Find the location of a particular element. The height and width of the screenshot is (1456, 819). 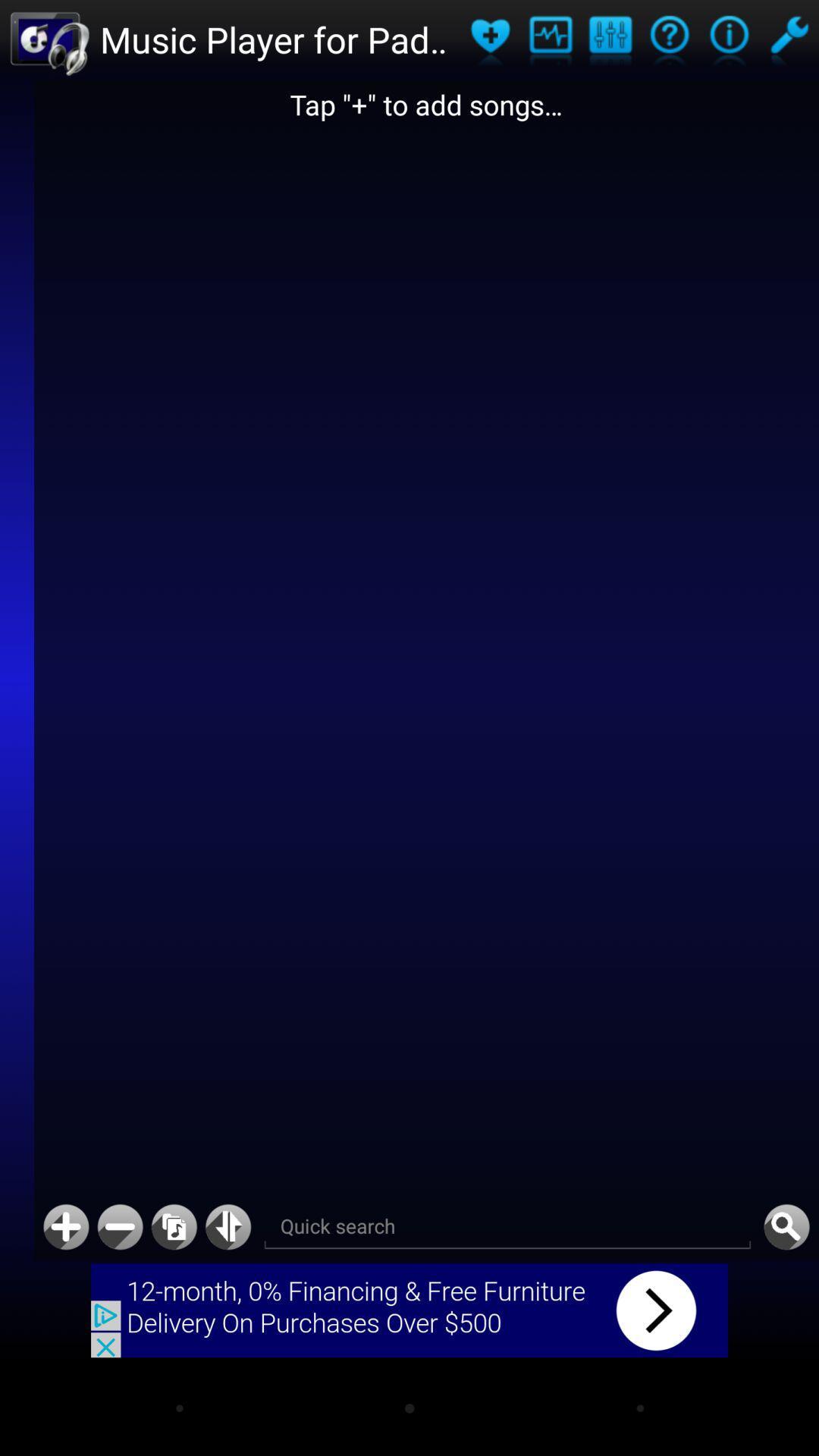

quick page is located at coordinates (228, 1227).